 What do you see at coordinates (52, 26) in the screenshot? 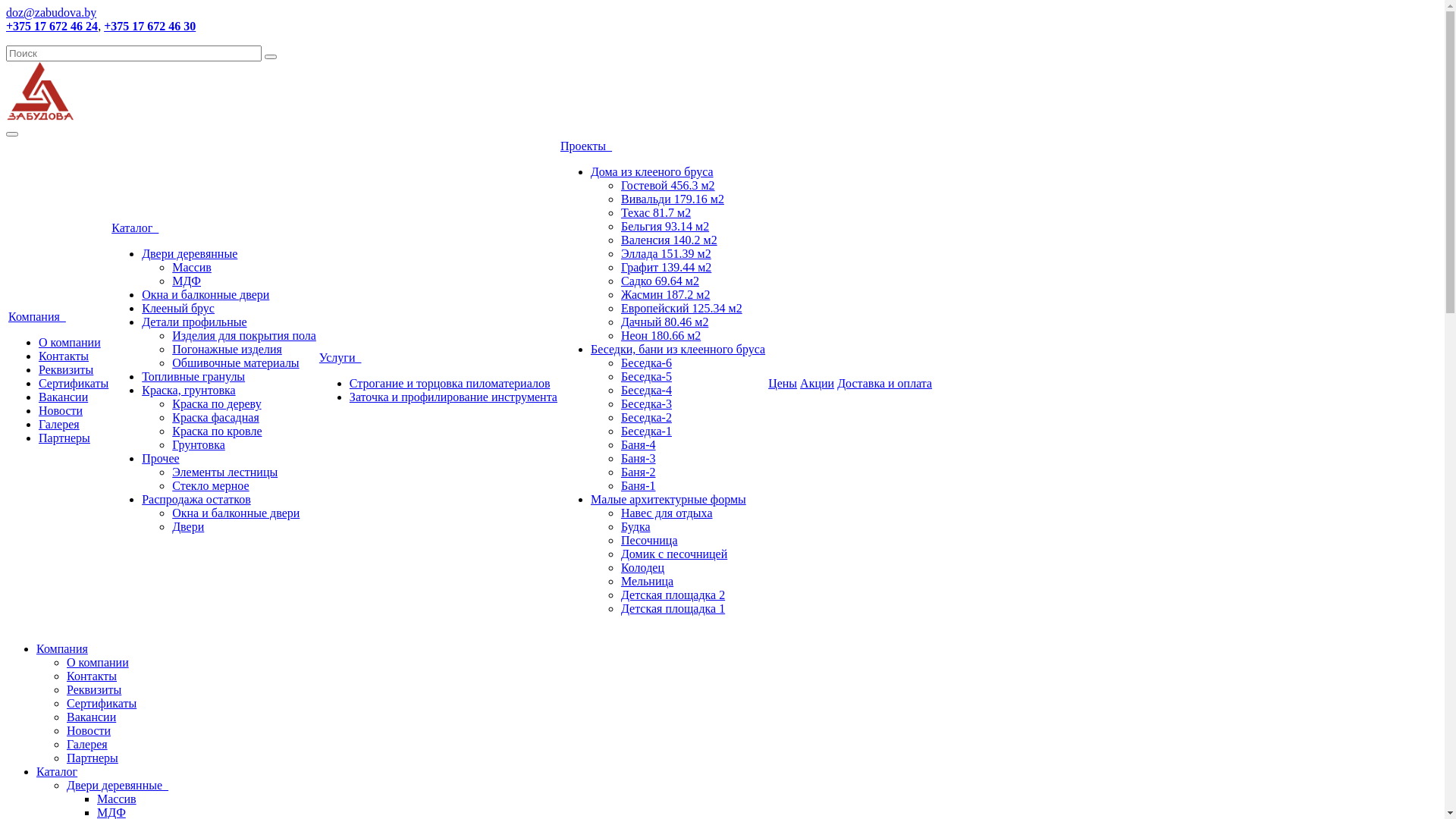
I see `'+375 17 672 46 24'` at bounding box center [52, 26].